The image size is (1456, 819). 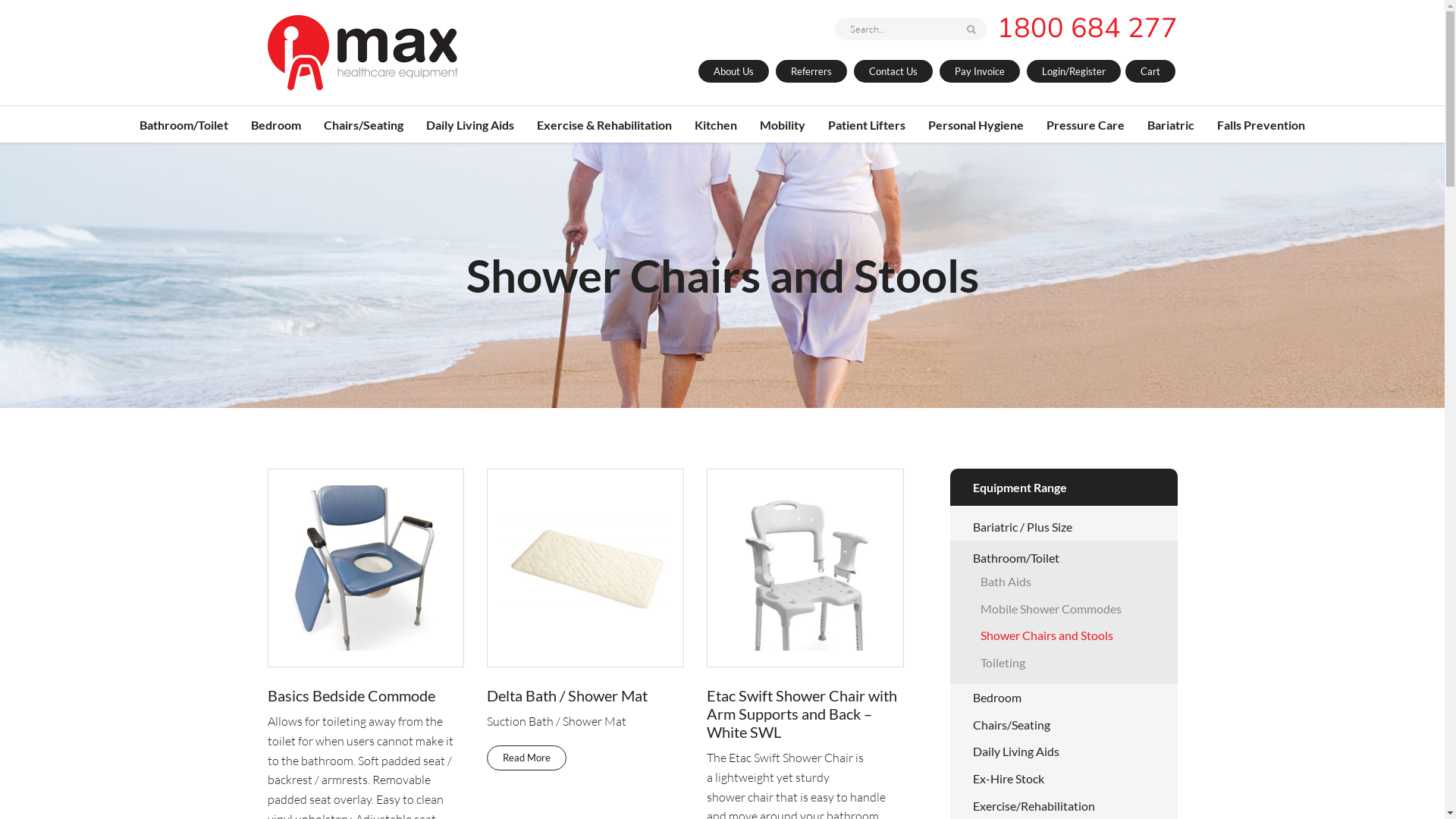 I want to click on 'Bathroom/Toilet', so click(x=1015, y=557).